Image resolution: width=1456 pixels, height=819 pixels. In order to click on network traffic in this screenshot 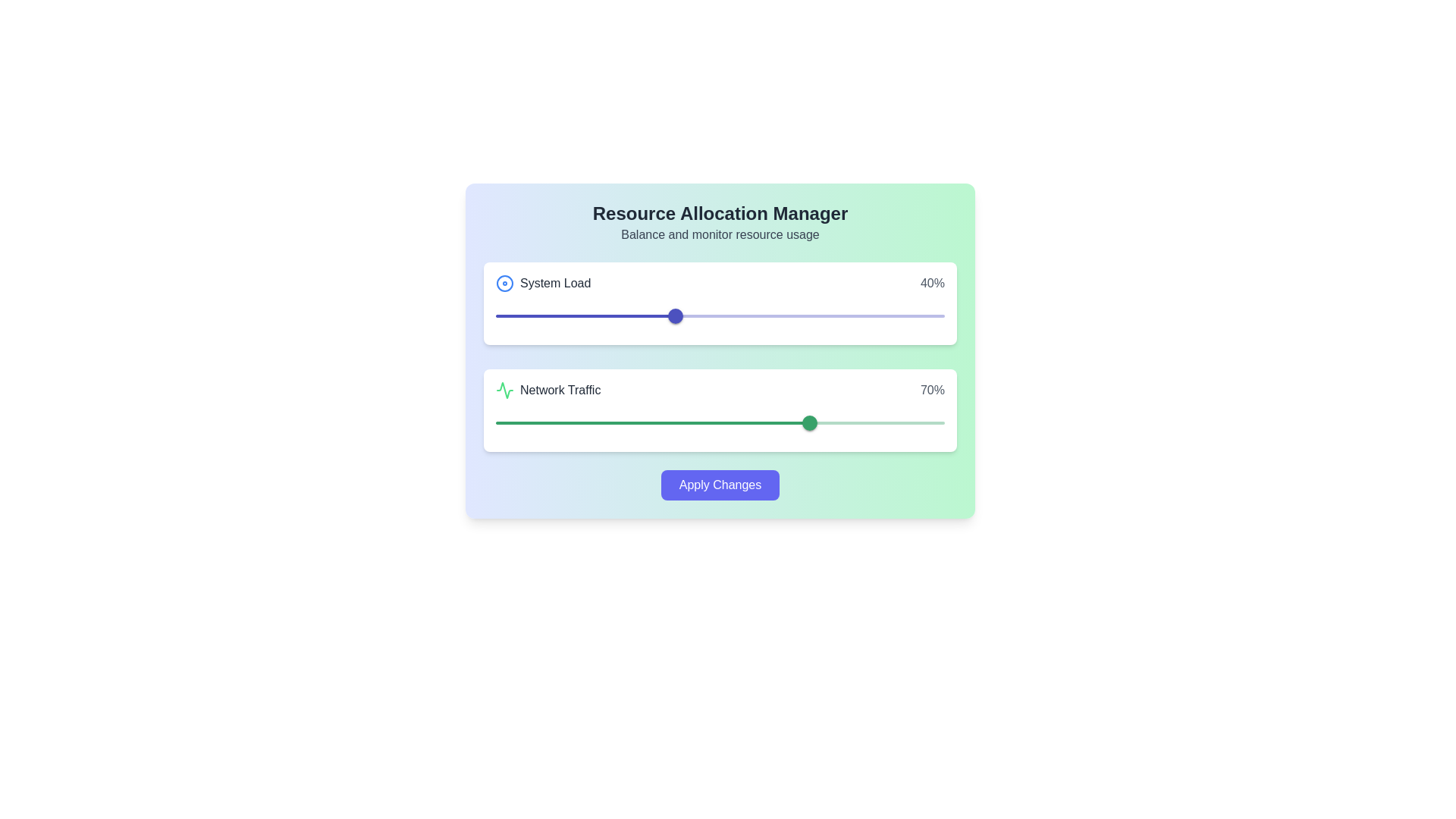, I will do `click(500, 423)`.